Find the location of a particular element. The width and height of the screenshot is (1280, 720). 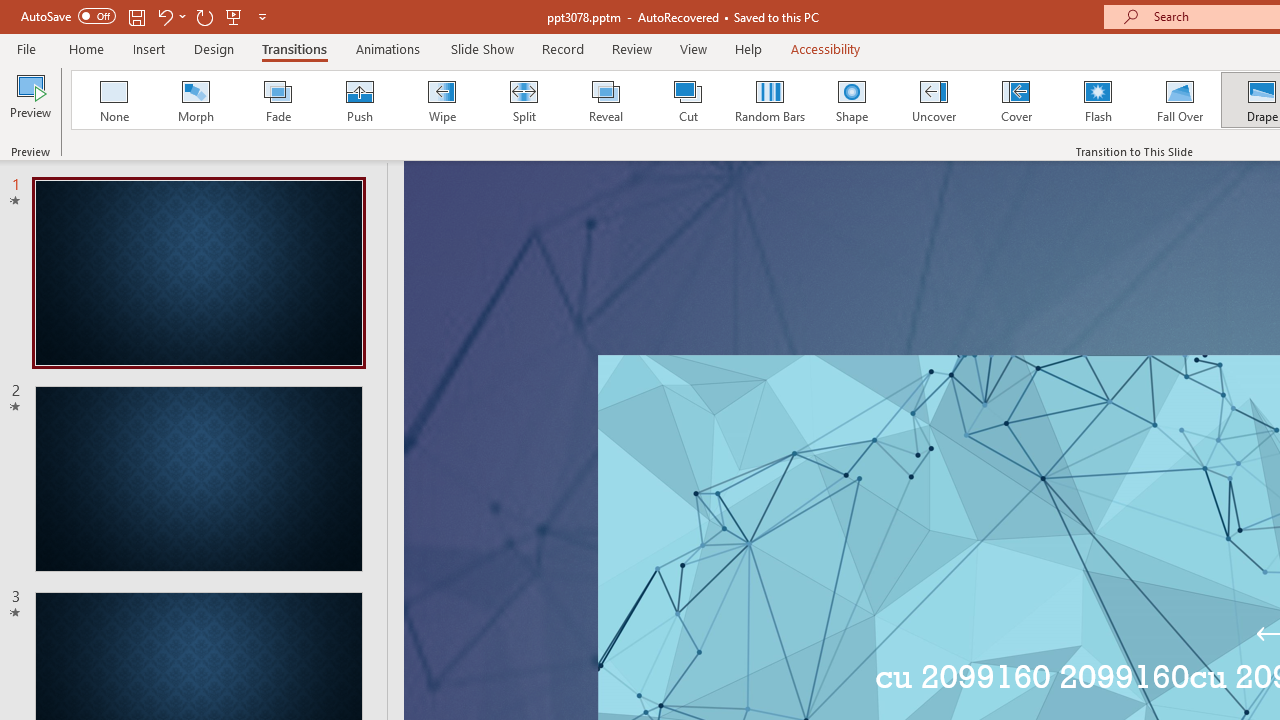

'Reveal' is located at coordinates (604, 100).